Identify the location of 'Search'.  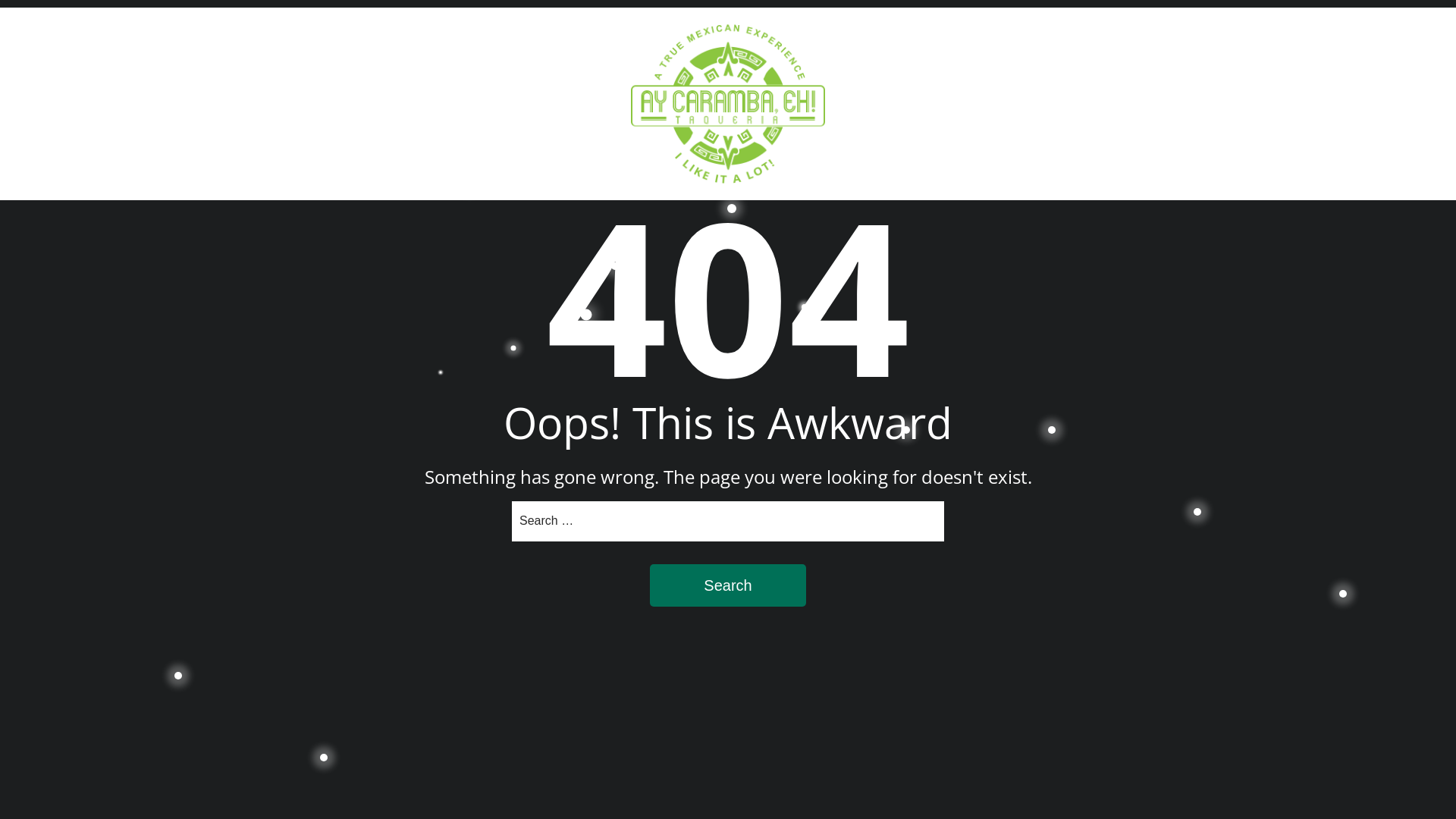
(650, 584).